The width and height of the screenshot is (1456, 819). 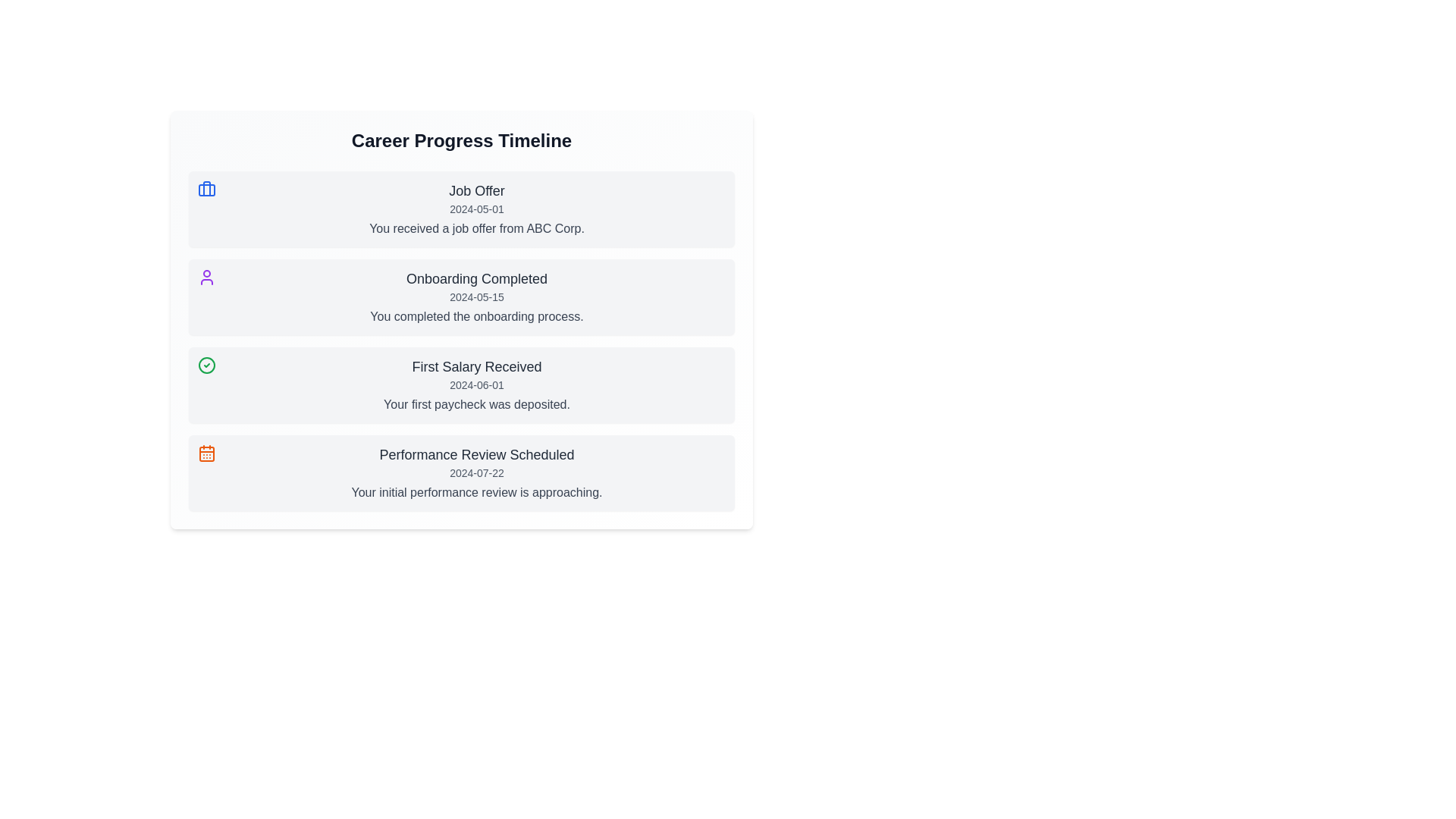 What do you see at coordinates (475, 403) in the screenshot?
I see `the informational text label located below the '2024-06-01' label in the 'First Salary Received' timeline event box` at bounding box center [475, 403].